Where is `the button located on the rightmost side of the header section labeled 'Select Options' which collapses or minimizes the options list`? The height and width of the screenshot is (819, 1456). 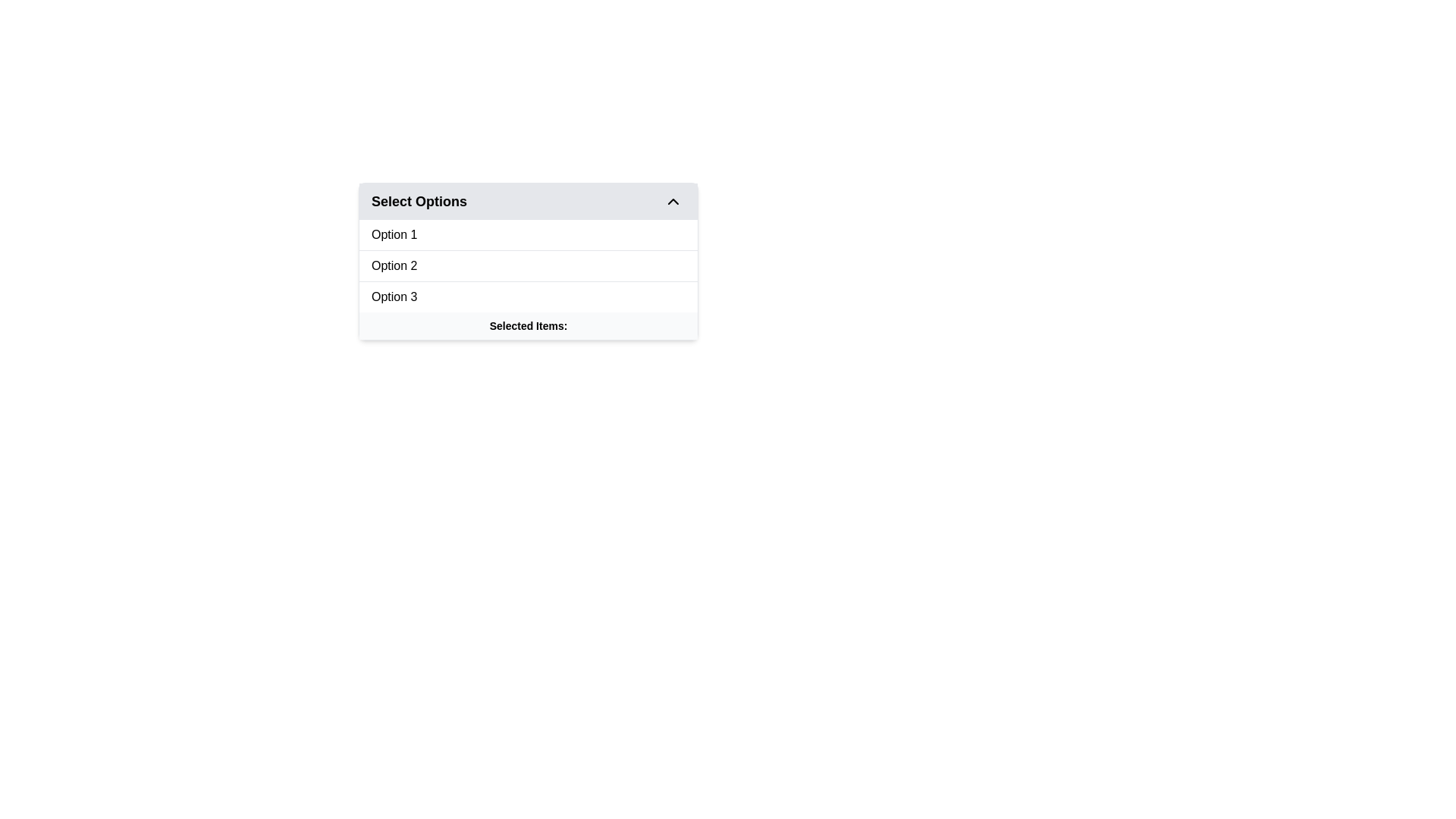
the button located on the rightmost side of the header section labeled 'Select Options' which collapses or minimizes the options list is located at coordinates (673, 201).